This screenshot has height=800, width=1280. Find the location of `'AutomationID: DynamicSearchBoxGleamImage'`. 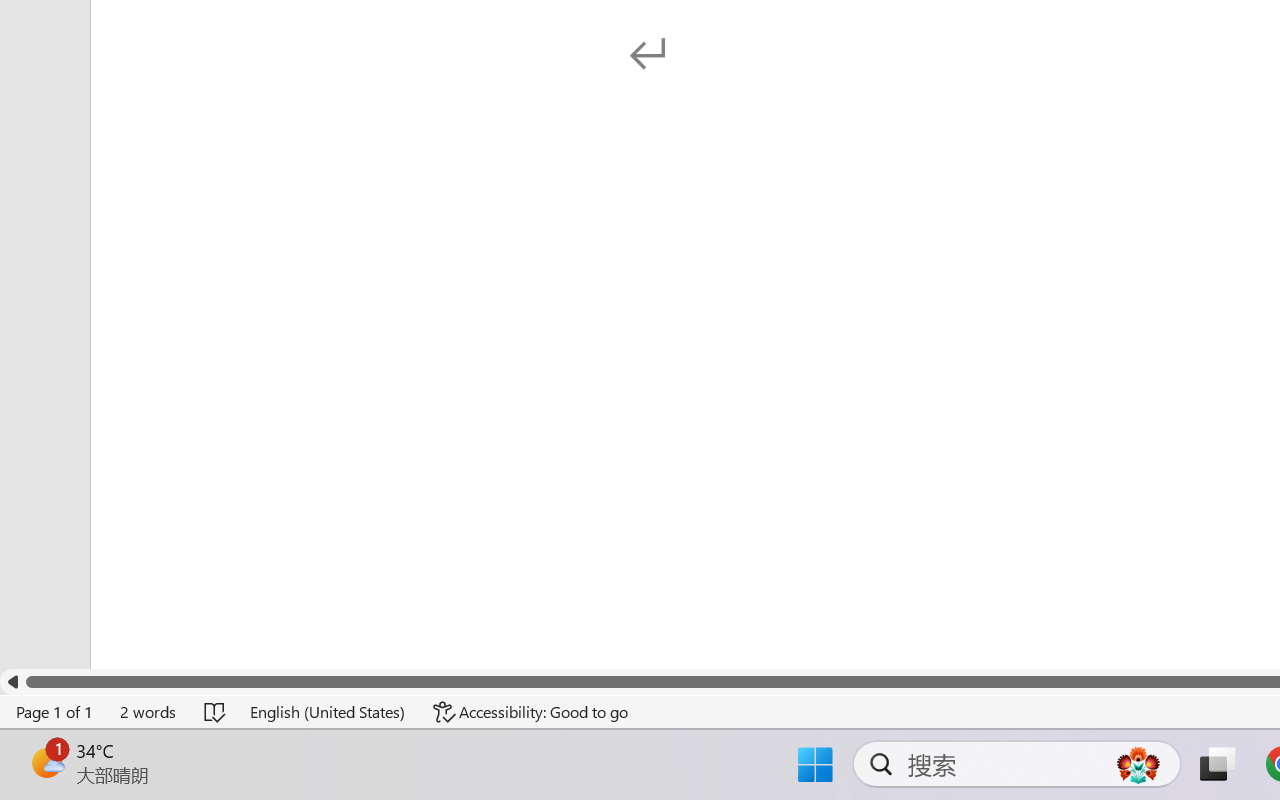

'AutomationID: DynamicSearchBoxGleamImage' is located at coordinates (1138, 764).